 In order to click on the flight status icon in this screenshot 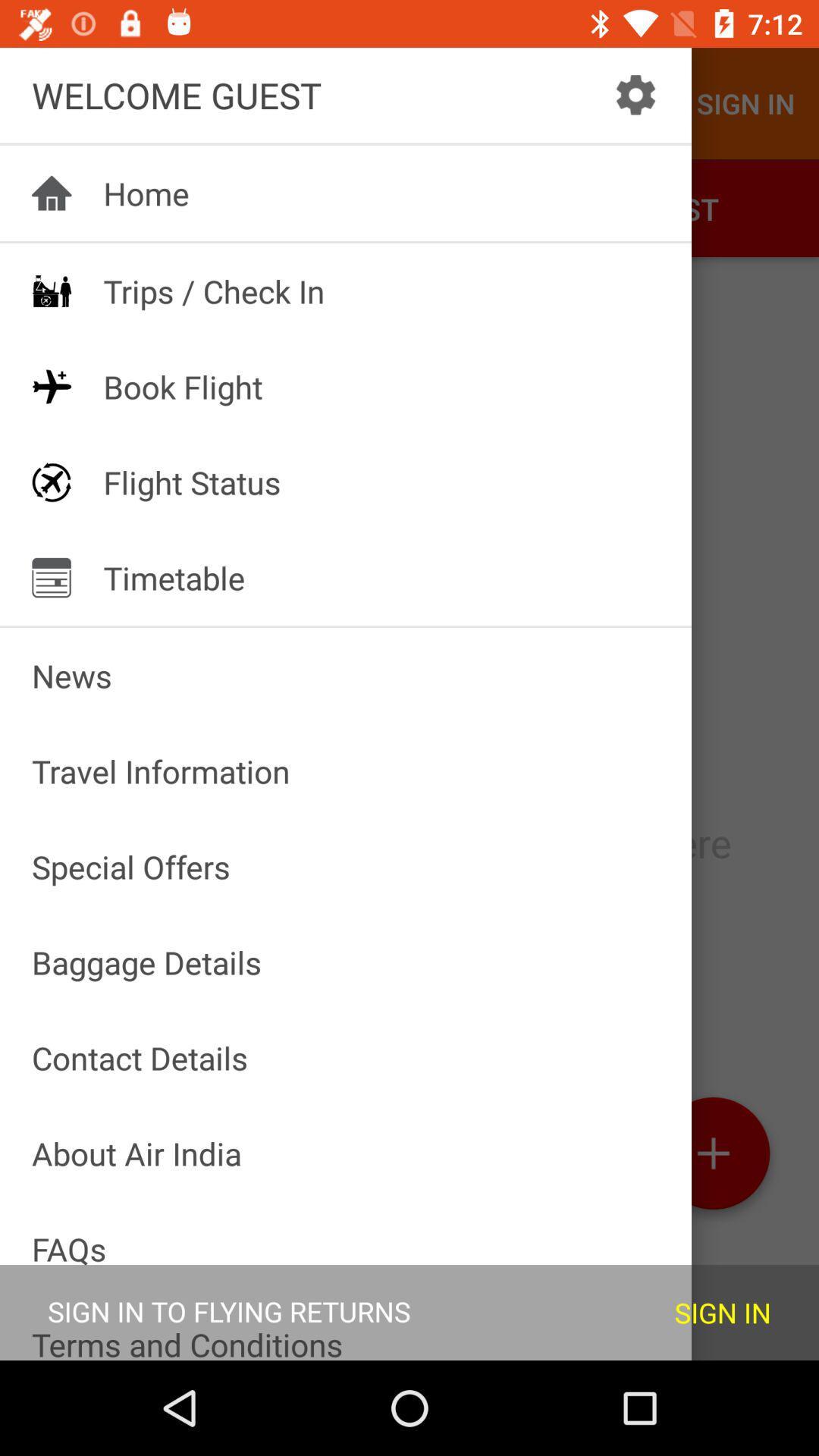, I will do `click(51, 482)`.